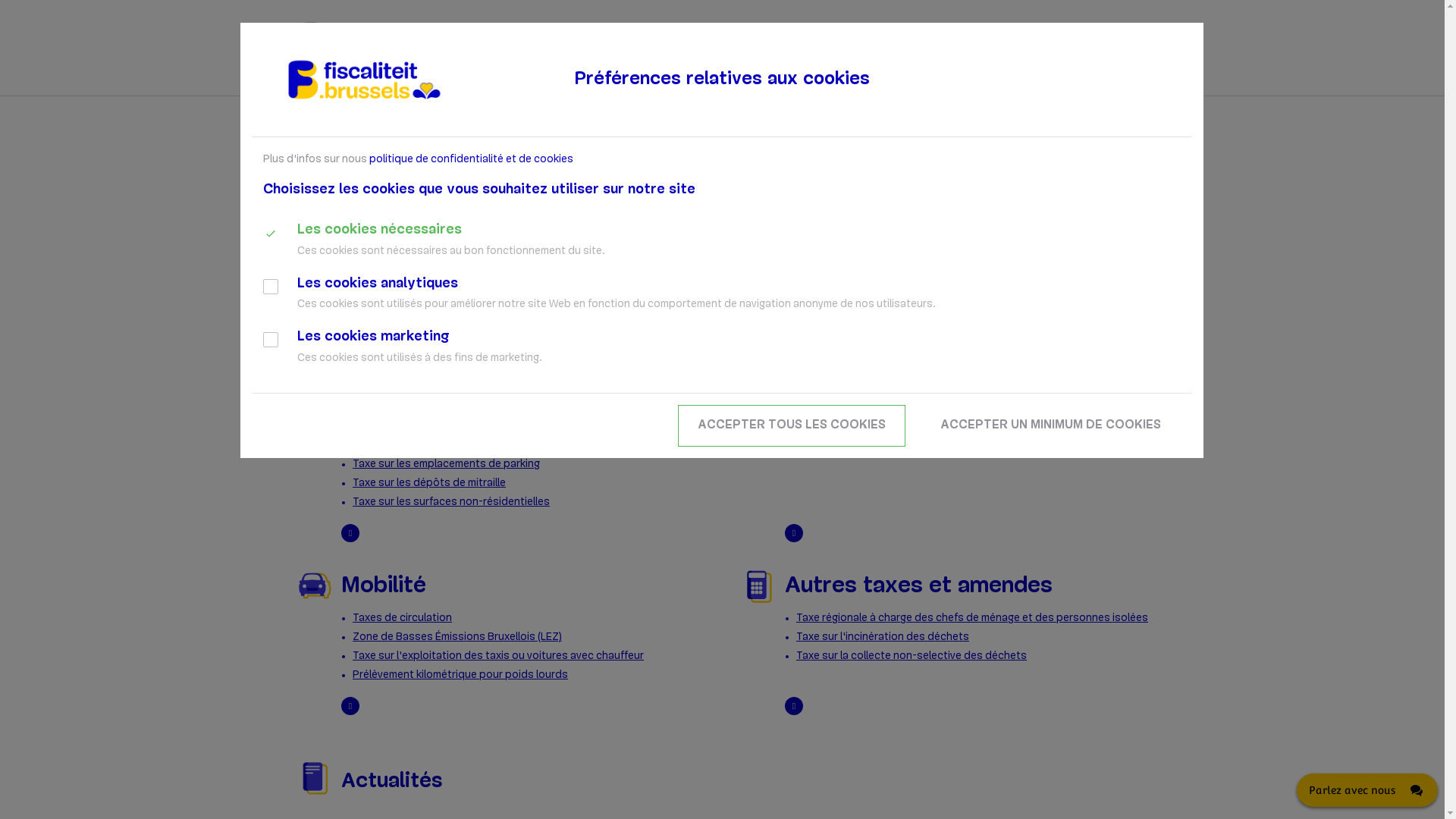 This screenshot has height=819, width=1456. I want to click on 'CONTACT', so click(1131, 83).